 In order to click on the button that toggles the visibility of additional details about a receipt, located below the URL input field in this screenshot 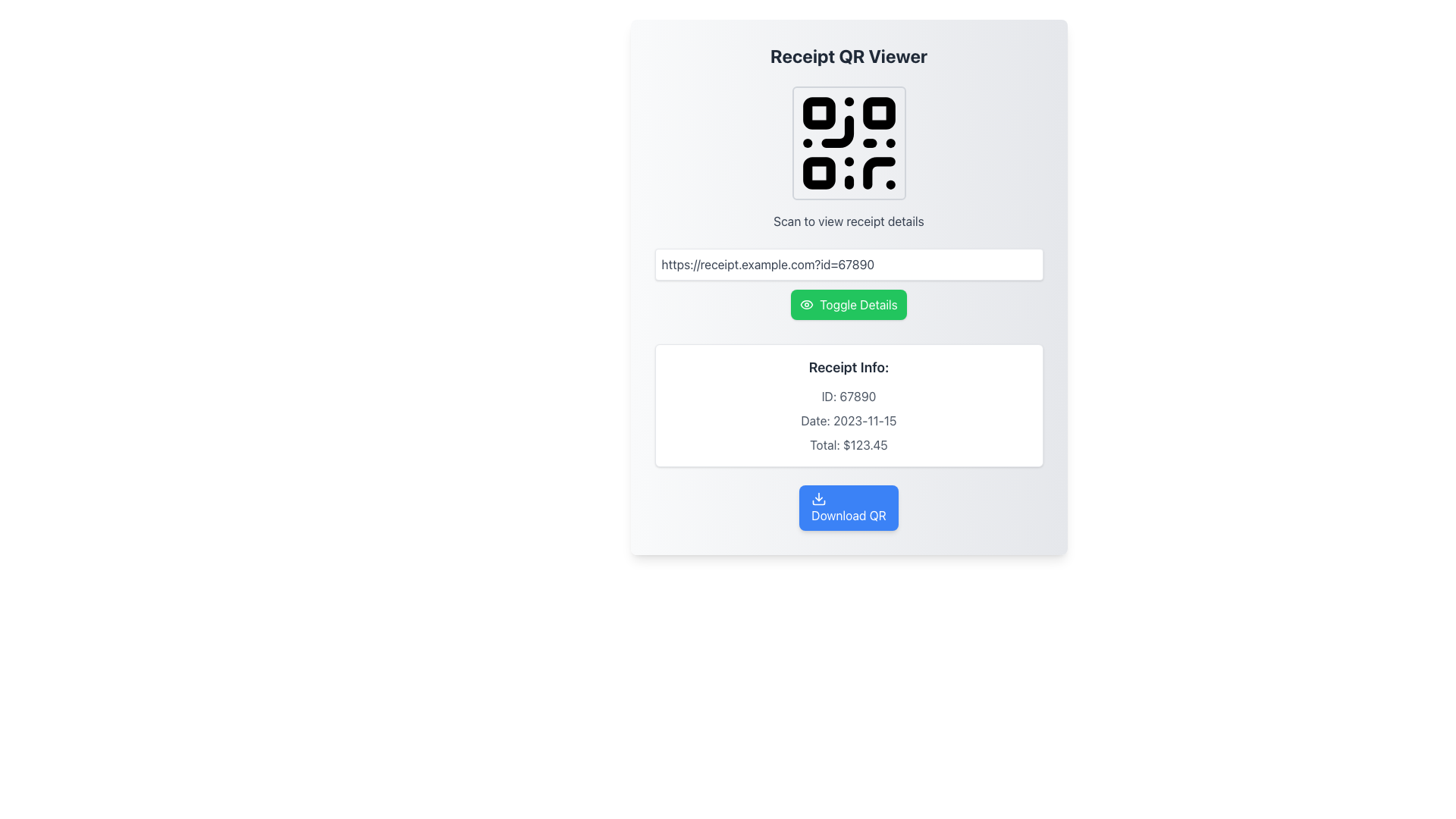, I will do `click(848, 304)`.